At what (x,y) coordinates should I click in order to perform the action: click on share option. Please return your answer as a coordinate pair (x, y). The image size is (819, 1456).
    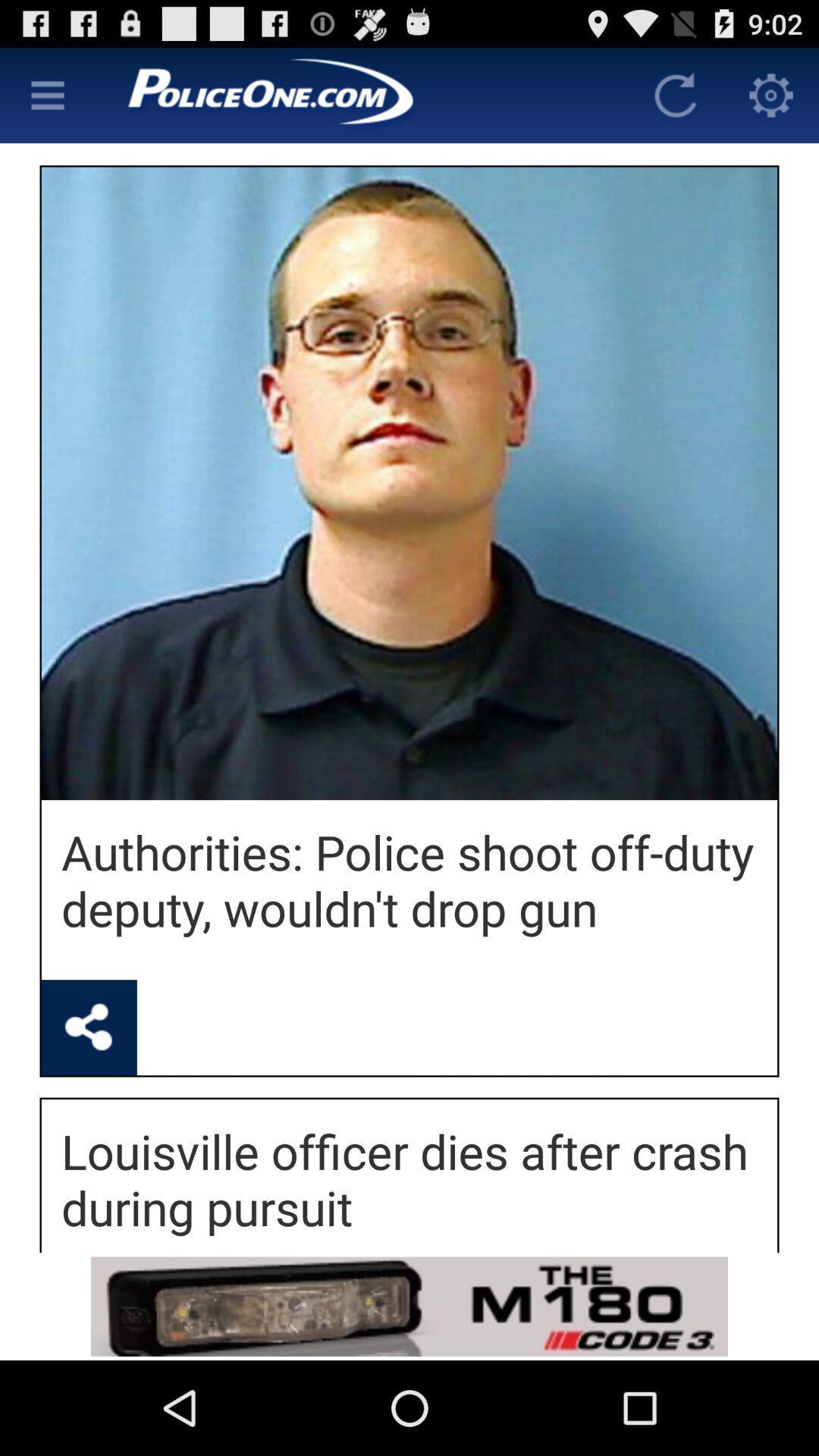
    Looking at the image, I should click on (89, 1028).